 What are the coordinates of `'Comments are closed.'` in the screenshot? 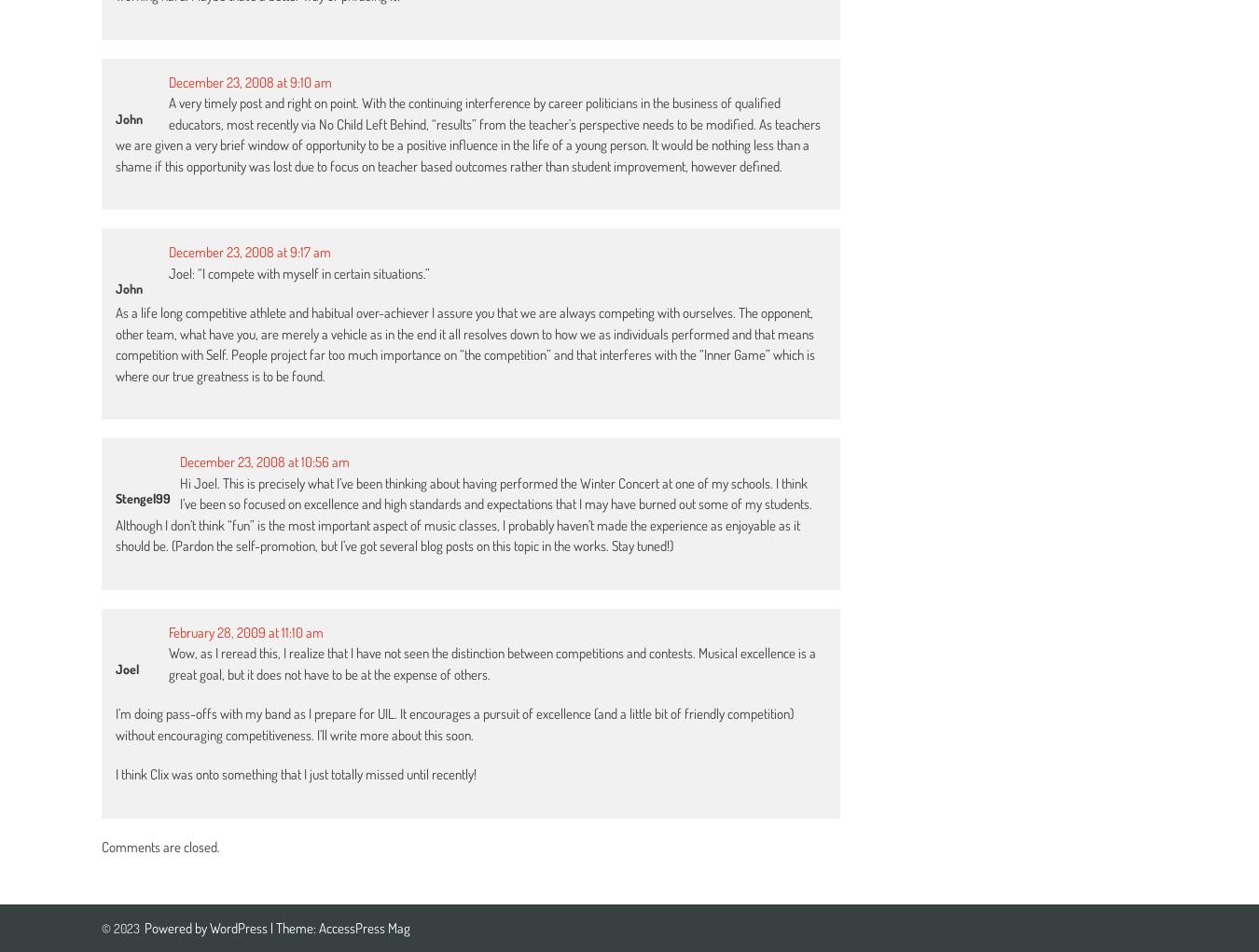 It's located at (160, 846).